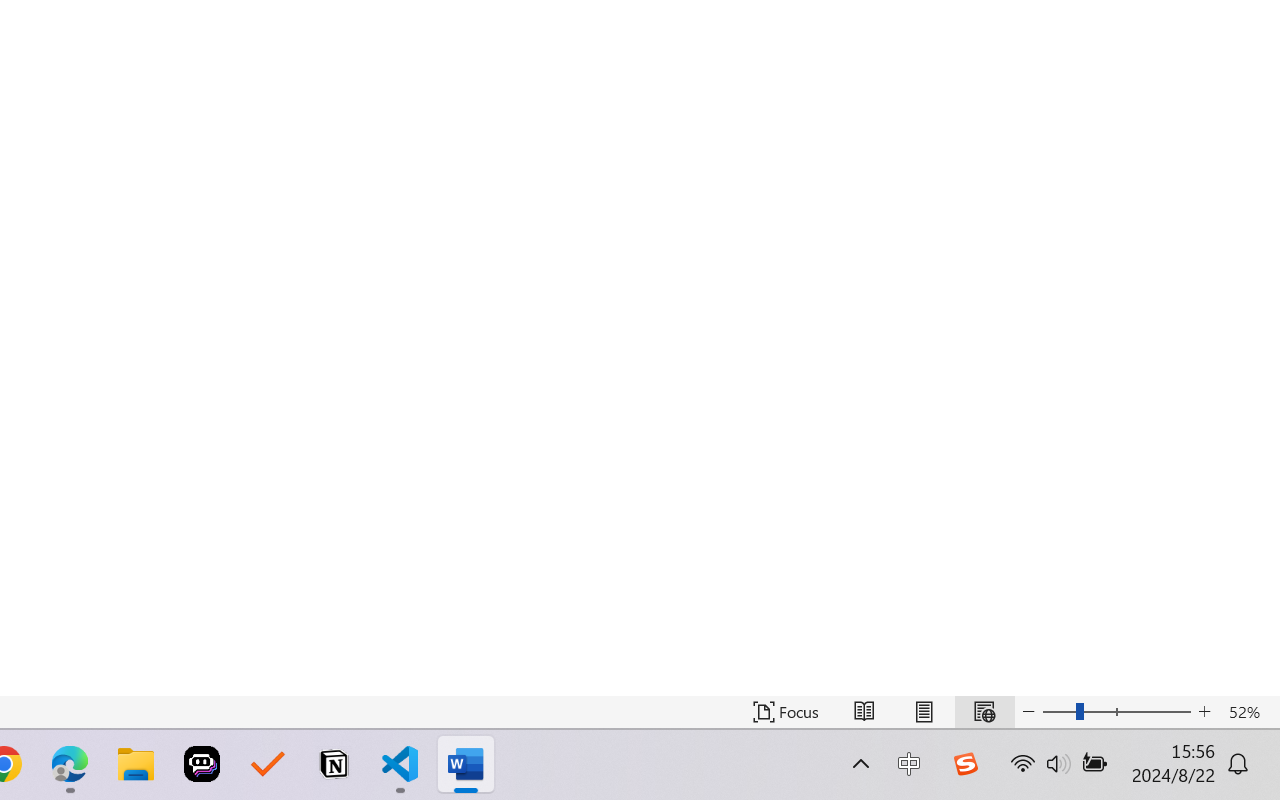  I want to click on 'Zoom', so click(1115, 711).